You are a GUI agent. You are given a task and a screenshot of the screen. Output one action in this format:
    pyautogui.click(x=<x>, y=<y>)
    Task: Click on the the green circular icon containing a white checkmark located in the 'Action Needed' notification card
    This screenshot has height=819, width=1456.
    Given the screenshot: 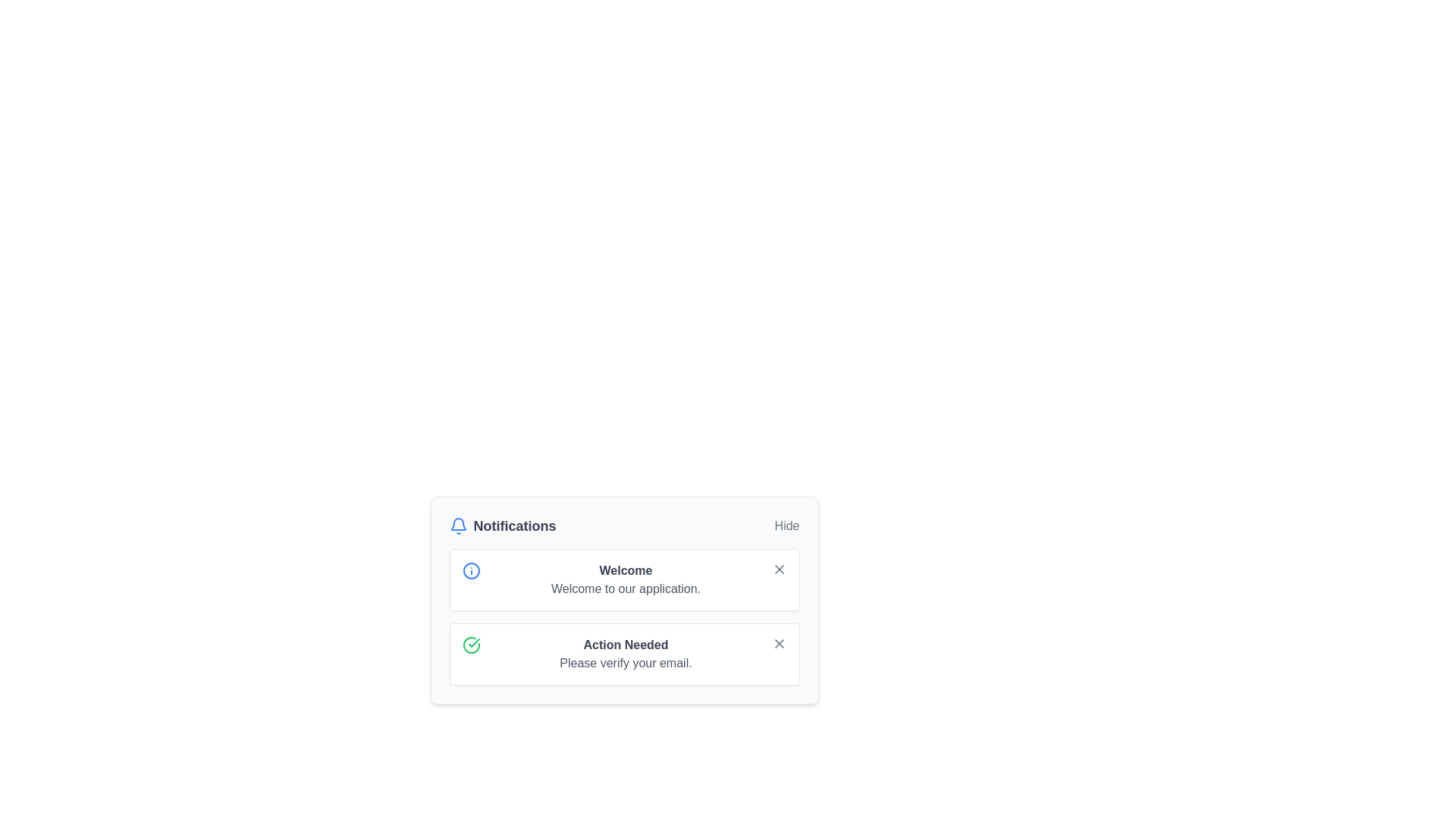 What is the action you would take?
    pyautogui.click(x=470, y=645)
    